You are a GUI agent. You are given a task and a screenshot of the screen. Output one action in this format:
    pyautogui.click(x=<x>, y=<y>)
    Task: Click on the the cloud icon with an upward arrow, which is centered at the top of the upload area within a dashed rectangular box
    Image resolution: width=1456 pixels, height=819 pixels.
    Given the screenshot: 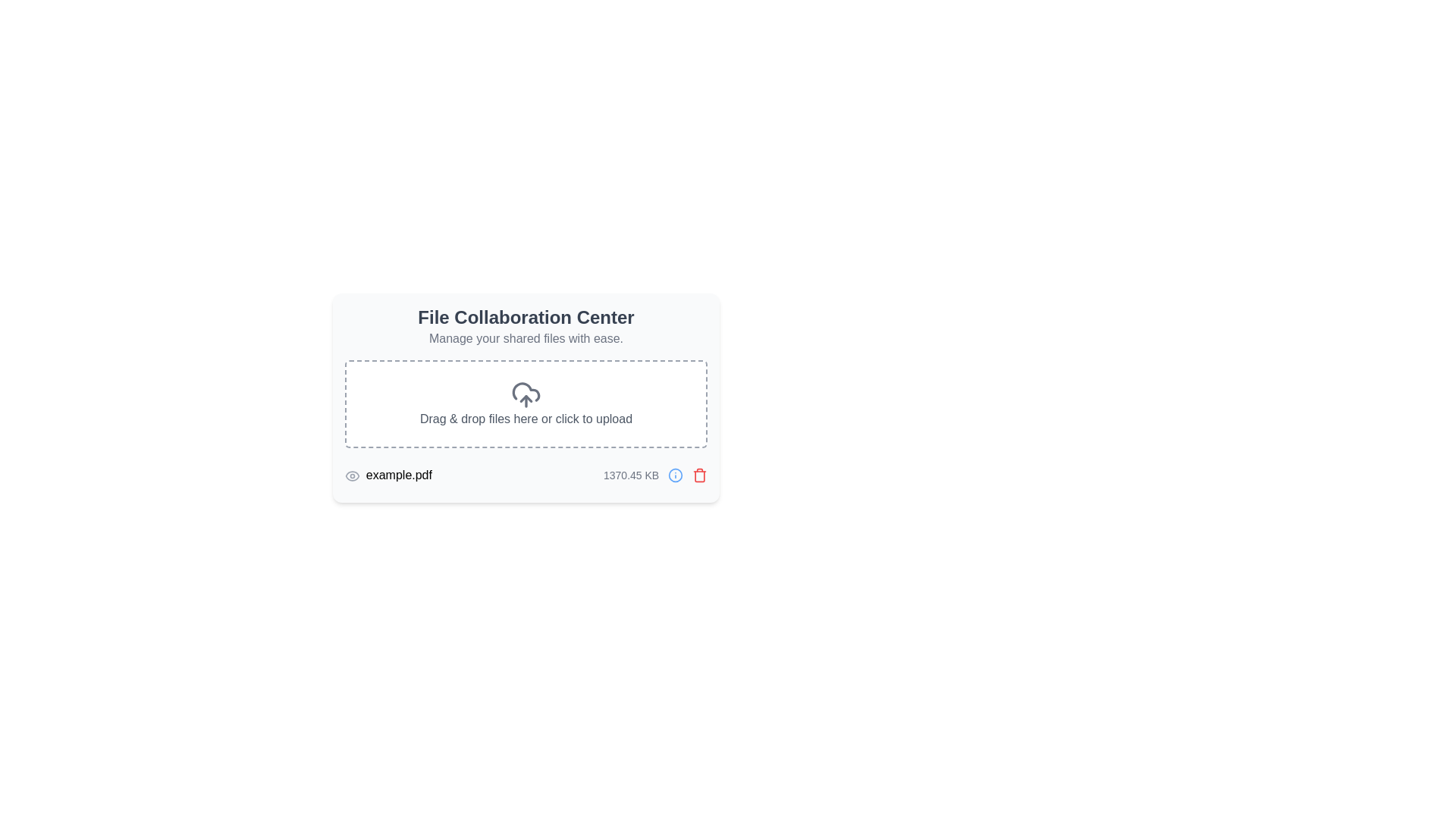 What is the action you would take?
    pyautogui.click(x=526, y=394)
    